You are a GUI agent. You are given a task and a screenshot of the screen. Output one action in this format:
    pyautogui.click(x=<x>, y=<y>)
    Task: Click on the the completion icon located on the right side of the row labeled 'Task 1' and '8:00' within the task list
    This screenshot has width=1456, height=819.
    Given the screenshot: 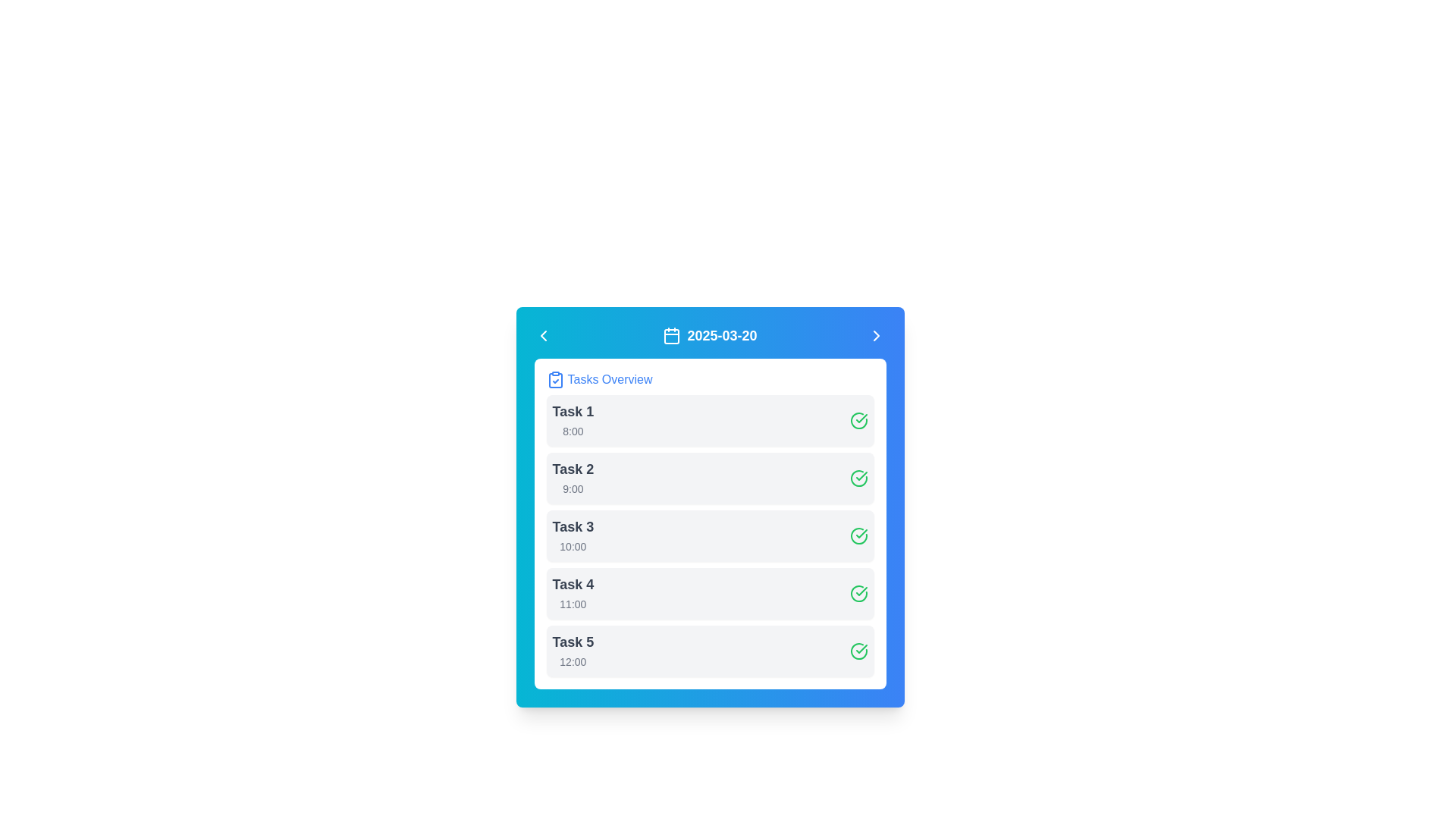 What is the action you would take?
    pyautogui.click(x=858, y=421)
    